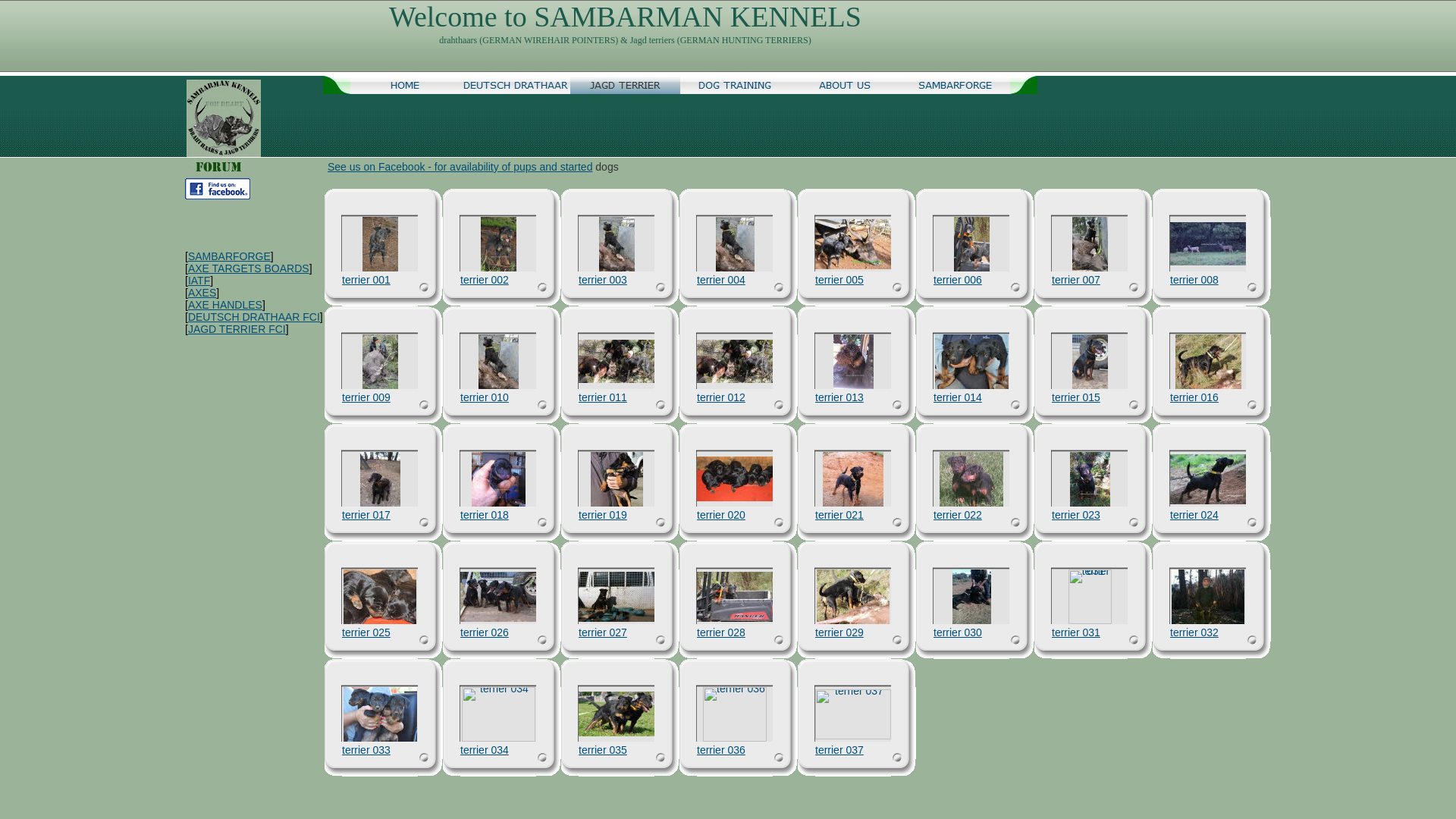 Image resolution: width=1456 pixels, height=819 pixels. Describe the element at coordinates (735, 714) in the screenshot. I see `'terrier 036'` at that location.